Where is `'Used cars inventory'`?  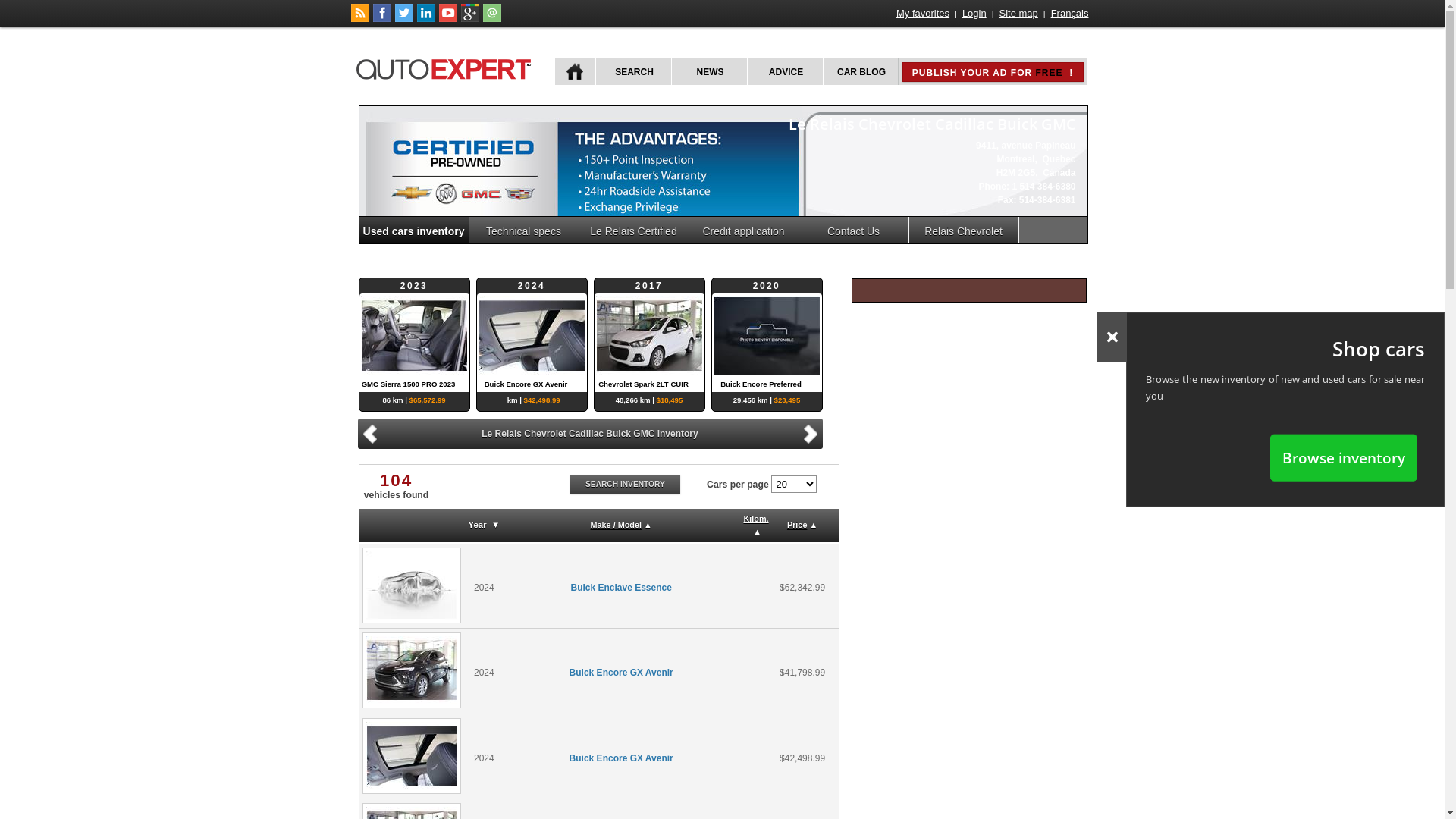 'Used cars inventory' is located at coordinates (414, 230).